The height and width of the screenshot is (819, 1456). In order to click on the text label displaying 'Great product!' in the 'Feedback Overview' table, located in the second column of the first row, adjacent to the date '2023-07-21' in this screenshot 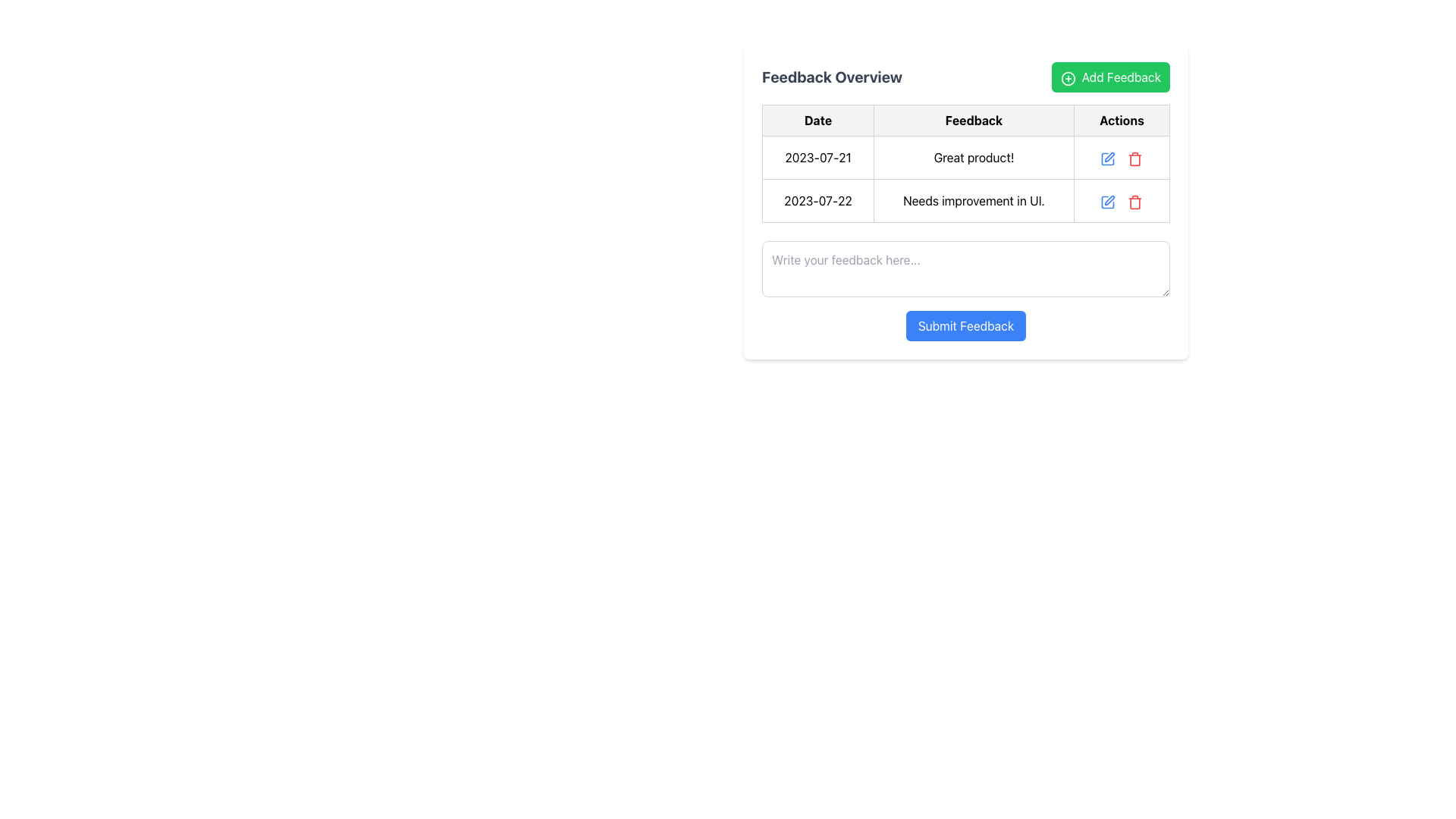, I will do `click(974, 158)`.